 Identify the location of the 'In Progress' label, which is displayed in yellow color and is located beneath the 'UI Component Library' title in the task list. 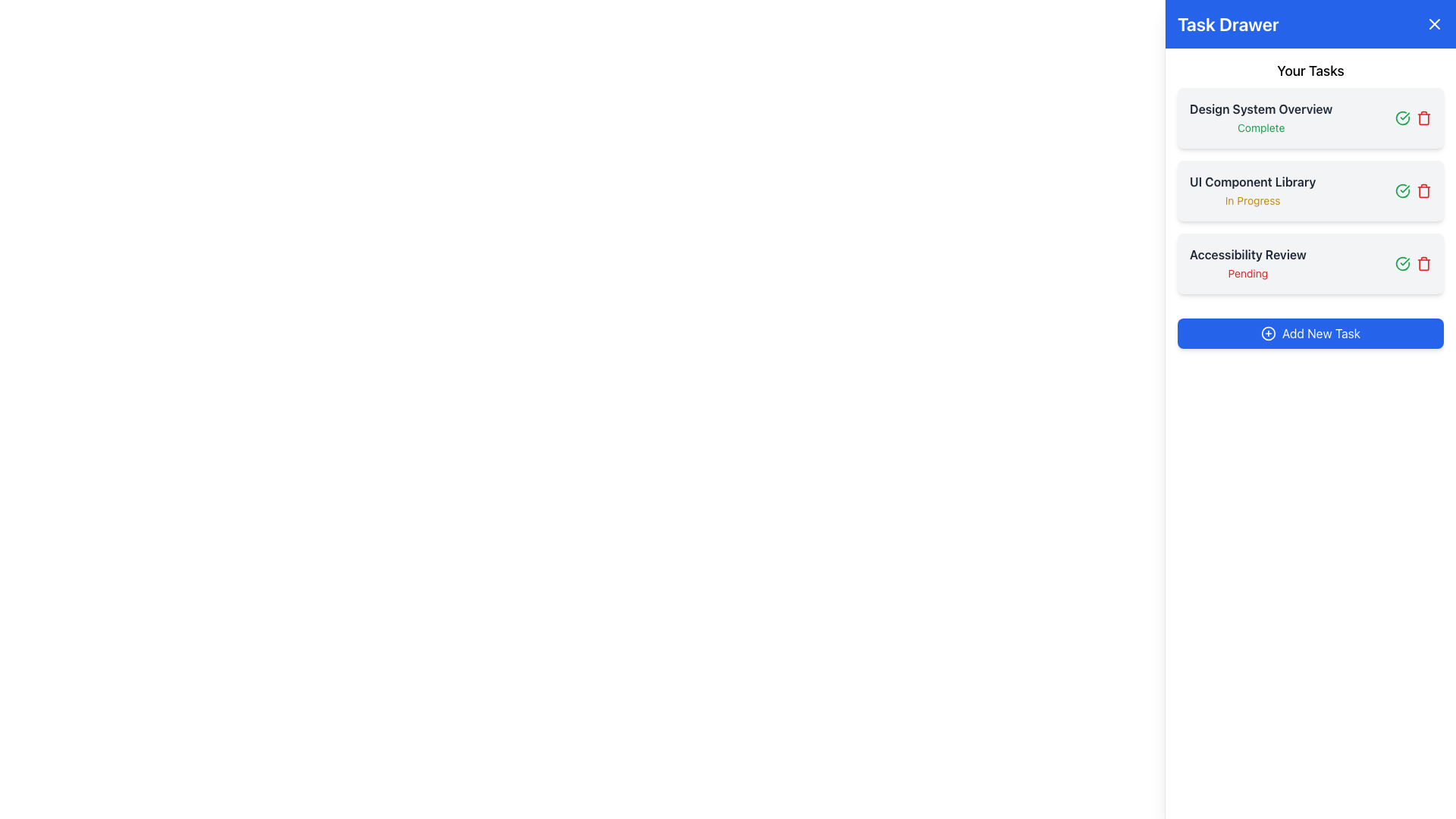
(1253, 199).